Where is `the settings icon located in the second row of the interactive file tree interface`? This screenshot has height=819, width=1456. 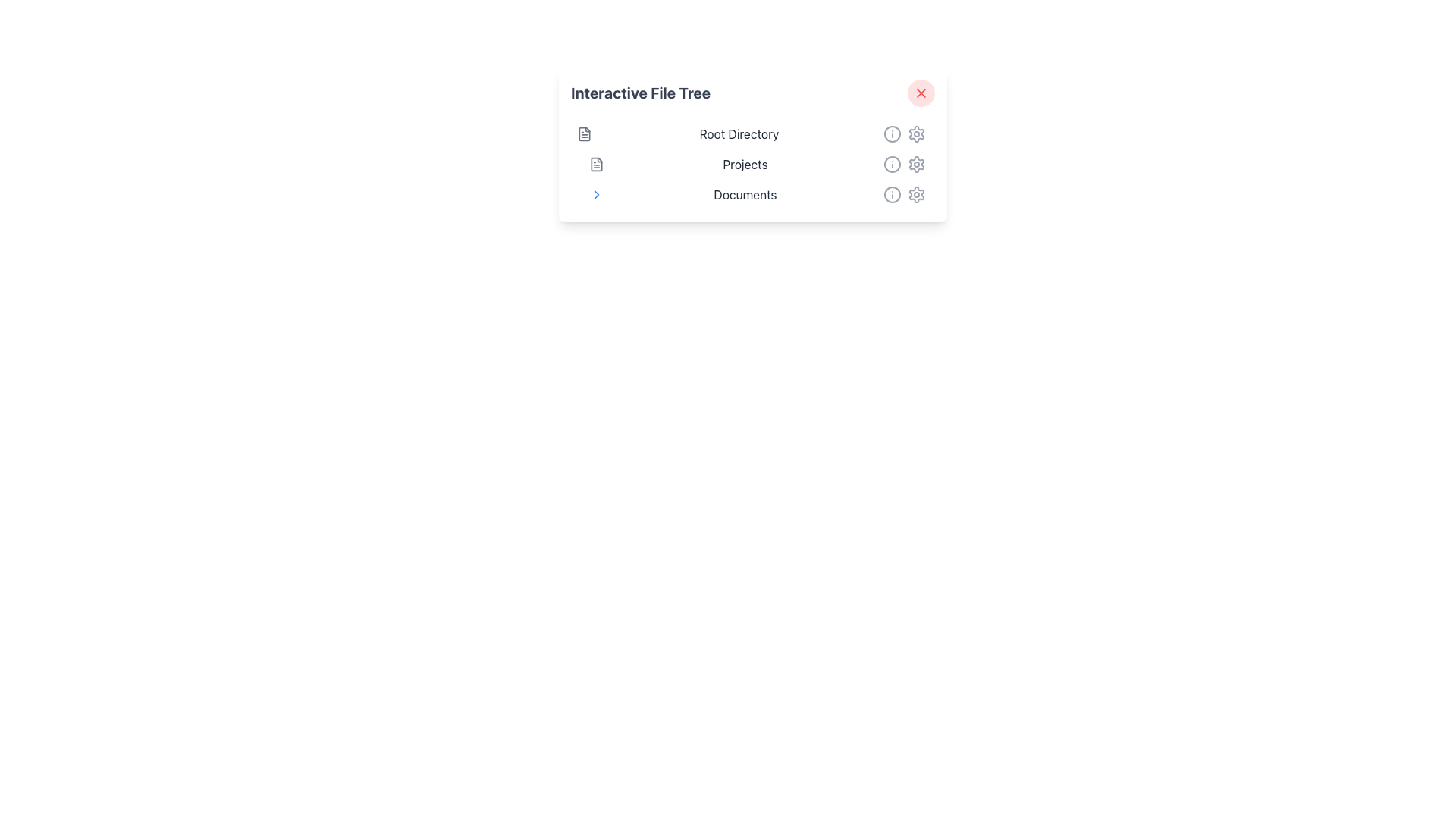
the settings icon located in the second row of the interactive file tree interface is located at coordinates (916, 164).